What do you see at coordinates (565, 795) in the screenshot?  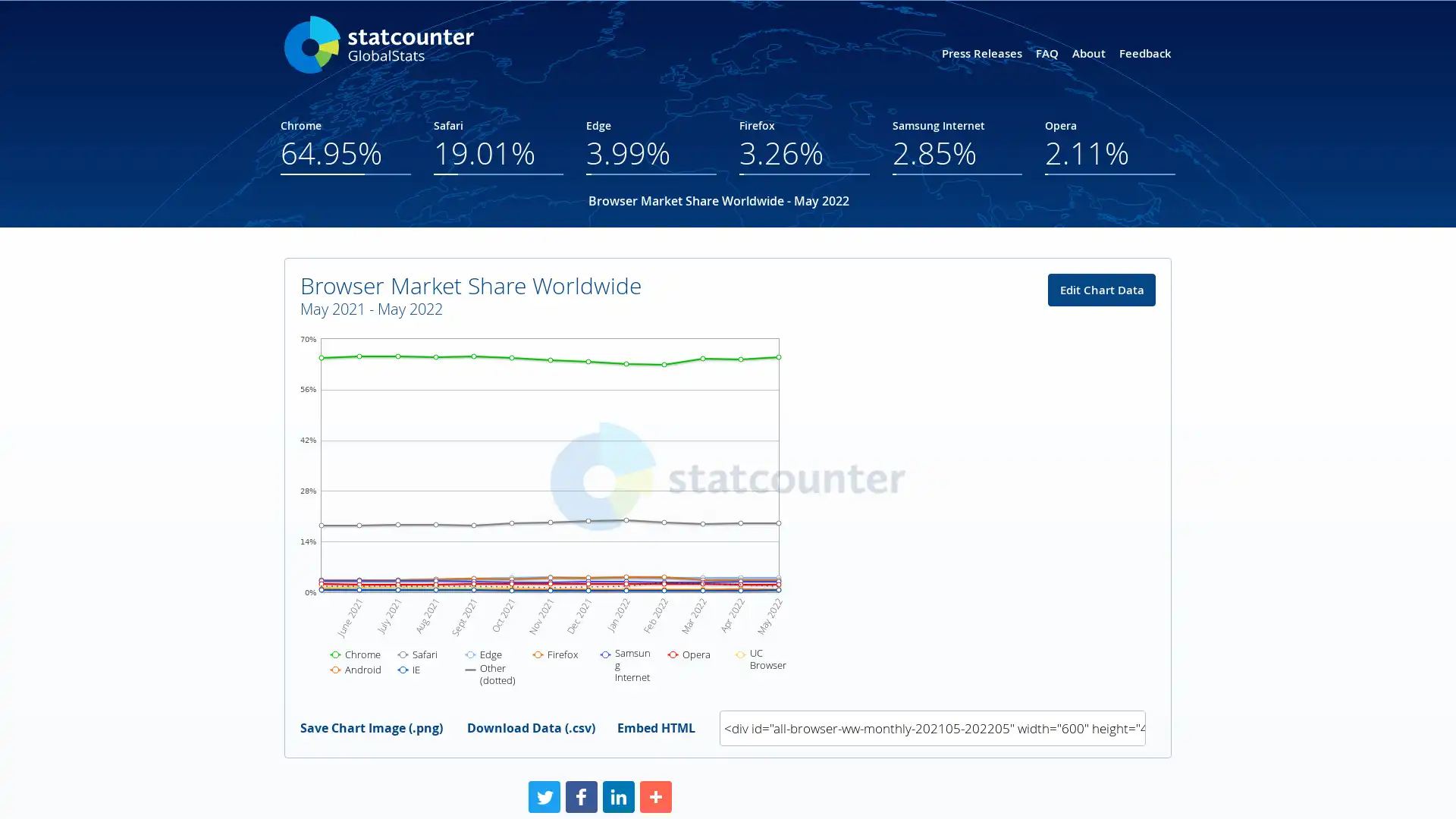 I see `Share to Twitter Twitter` at bounding box center [565, 795].